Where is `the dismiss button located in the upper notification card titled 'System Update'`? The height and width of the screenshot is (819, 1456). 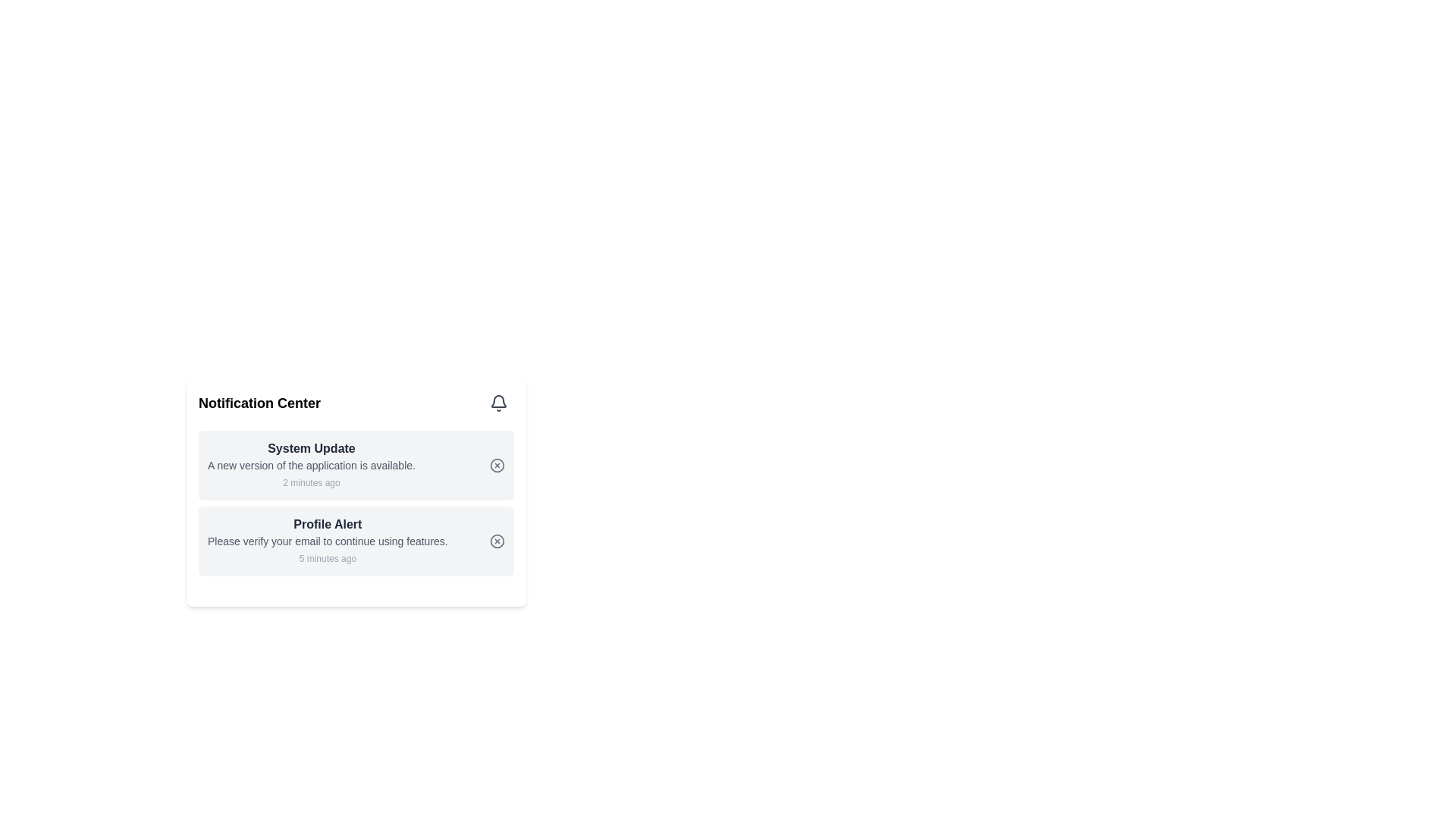 the dismiss button located in the upper notification card titled 'System Update' is located at coordinates (497, 464).